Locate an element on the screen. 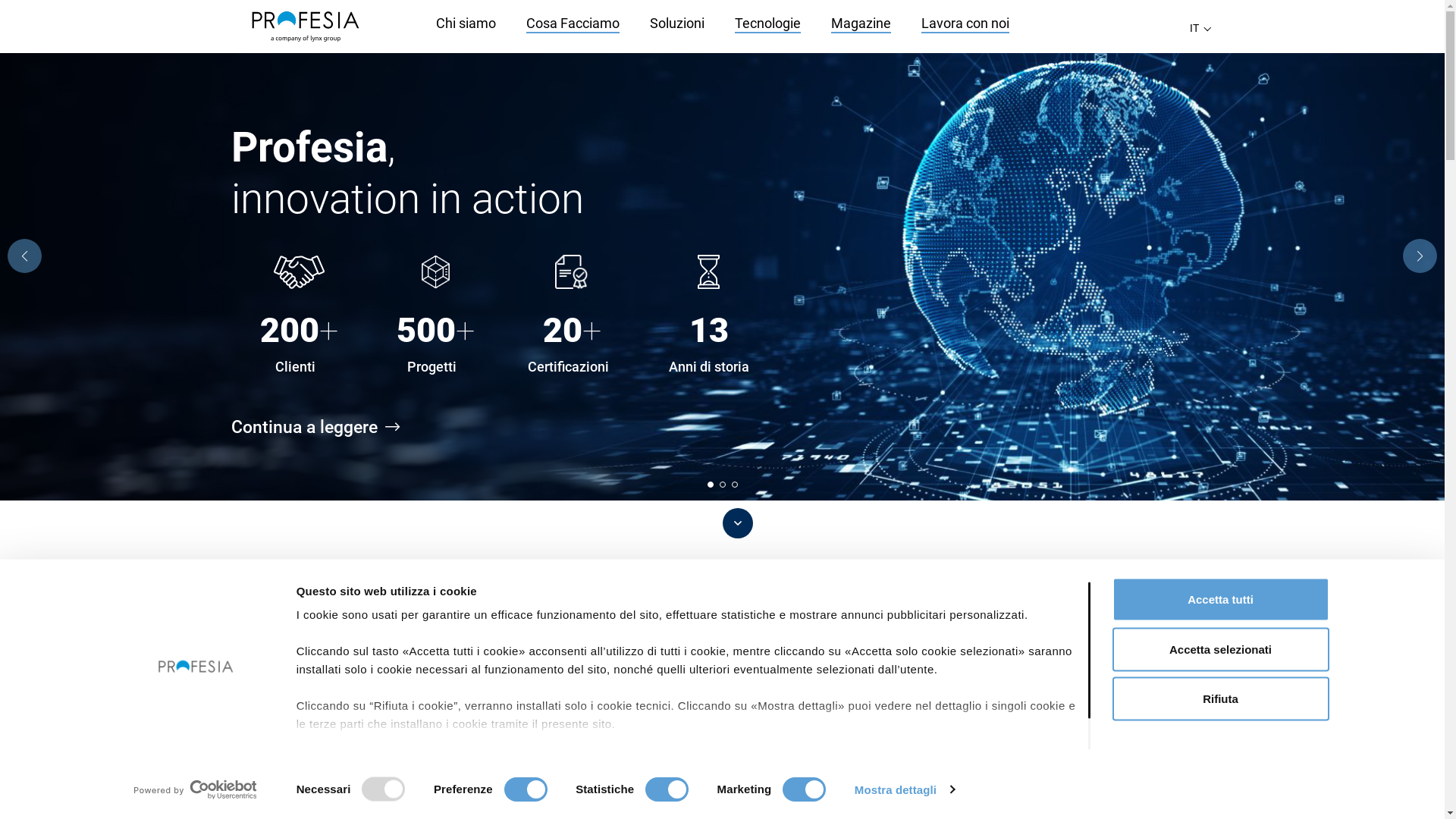 The width and height of the screenshot is (1456, 819). 'Mostra dettagli' is located at coordinates (855, 789).